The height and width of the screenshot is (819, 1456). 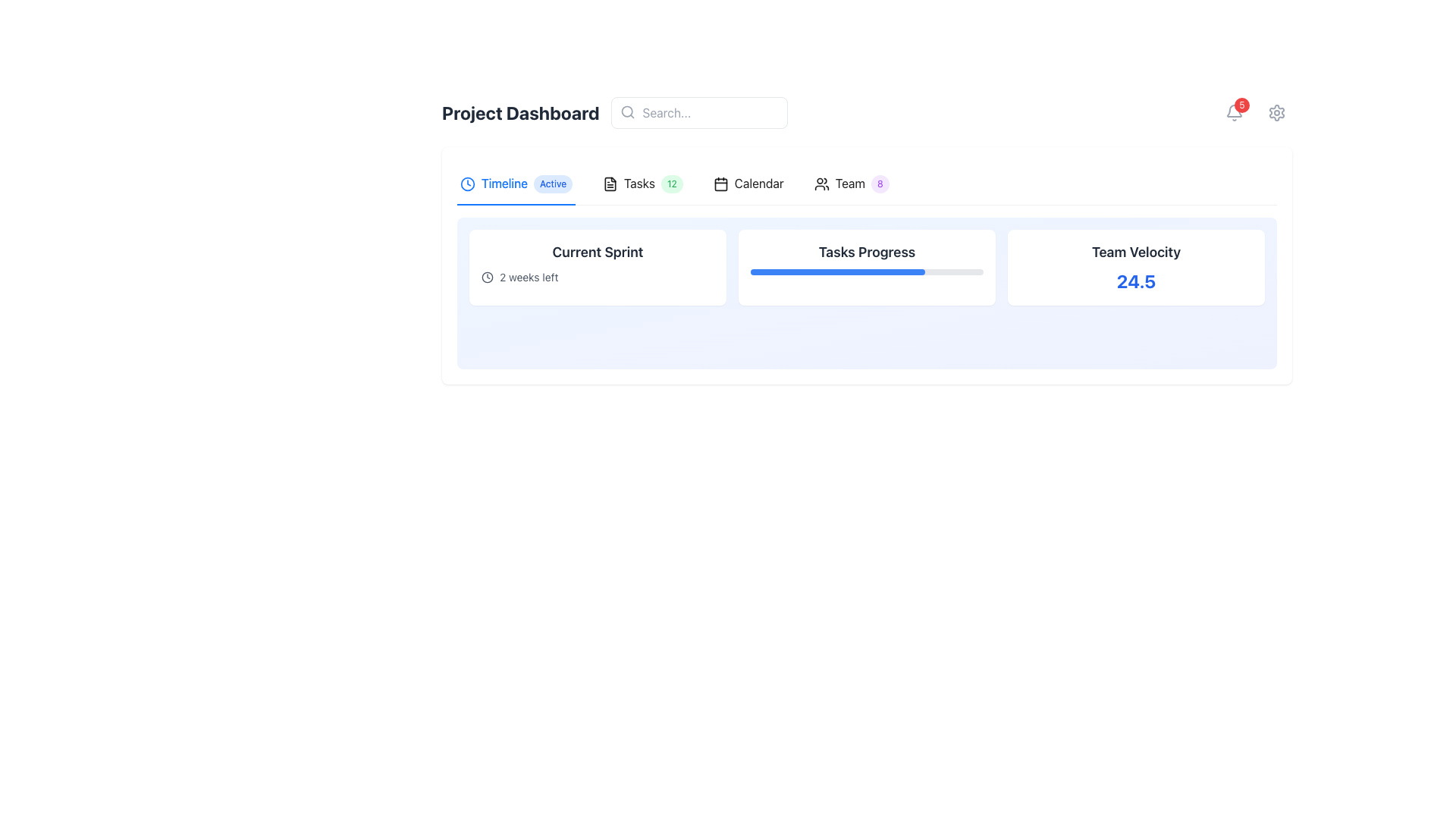 What do you see at coordinates (748, 183) in the screenshot?
I see `the 'Calendar' tab` at bounding box center [748, 183].